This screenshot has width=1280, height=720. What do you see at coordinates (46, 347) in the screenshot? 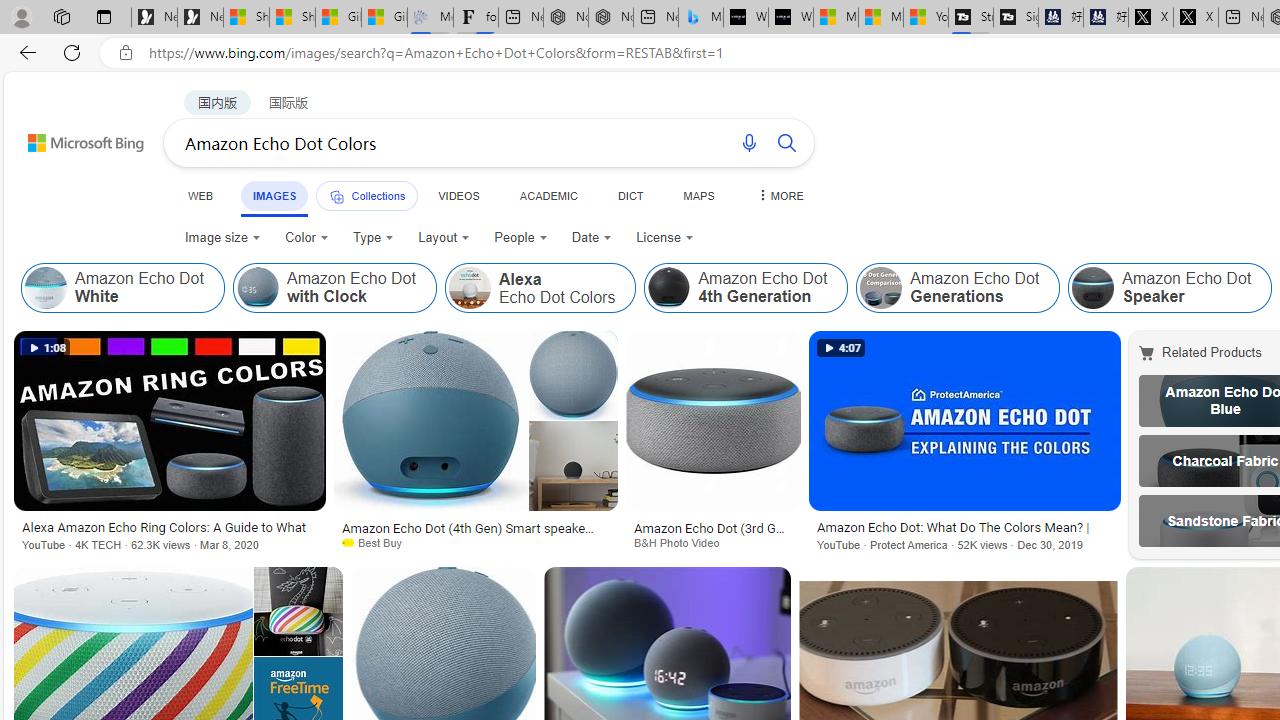
I see `'1:08'` at bounding box center [46, 347].